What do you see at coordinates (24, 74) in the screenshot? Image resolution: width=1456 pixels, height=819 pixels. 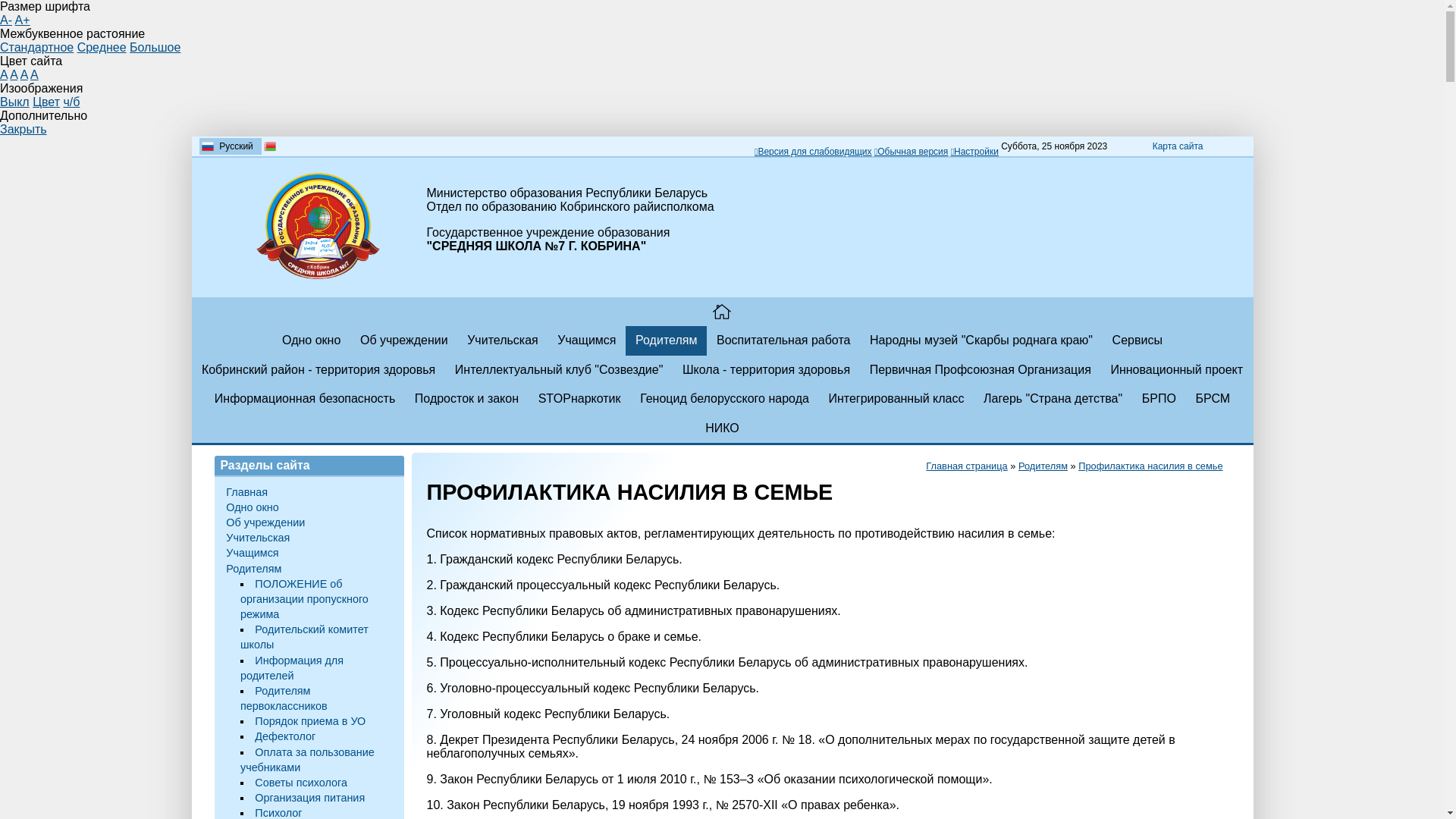 I see `'A'` at bounding box center [24, 74].